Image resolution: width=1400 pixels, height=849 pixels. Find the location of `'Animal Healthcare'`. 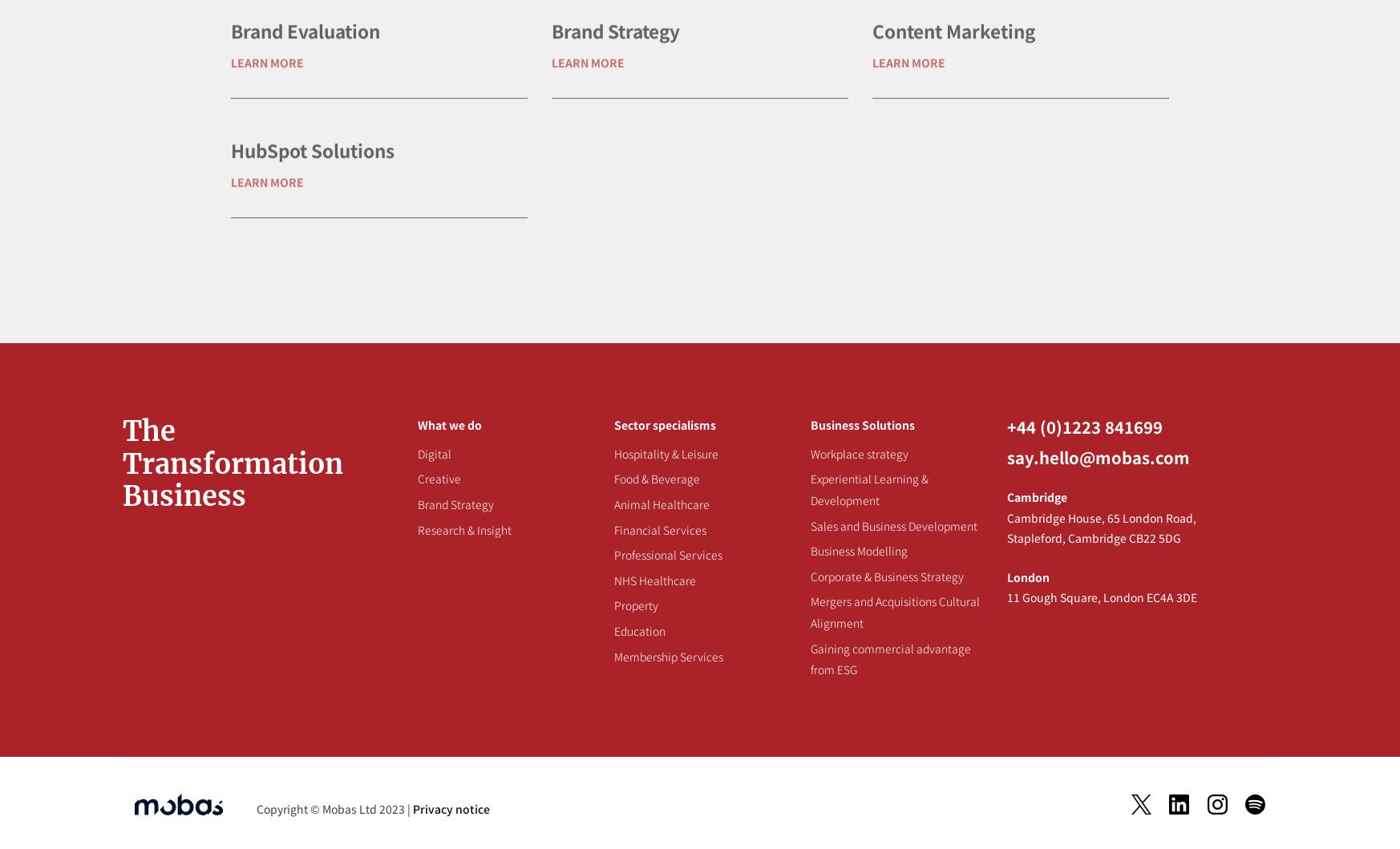

'Animal Healthcare' is located at coordinates (661, 502).